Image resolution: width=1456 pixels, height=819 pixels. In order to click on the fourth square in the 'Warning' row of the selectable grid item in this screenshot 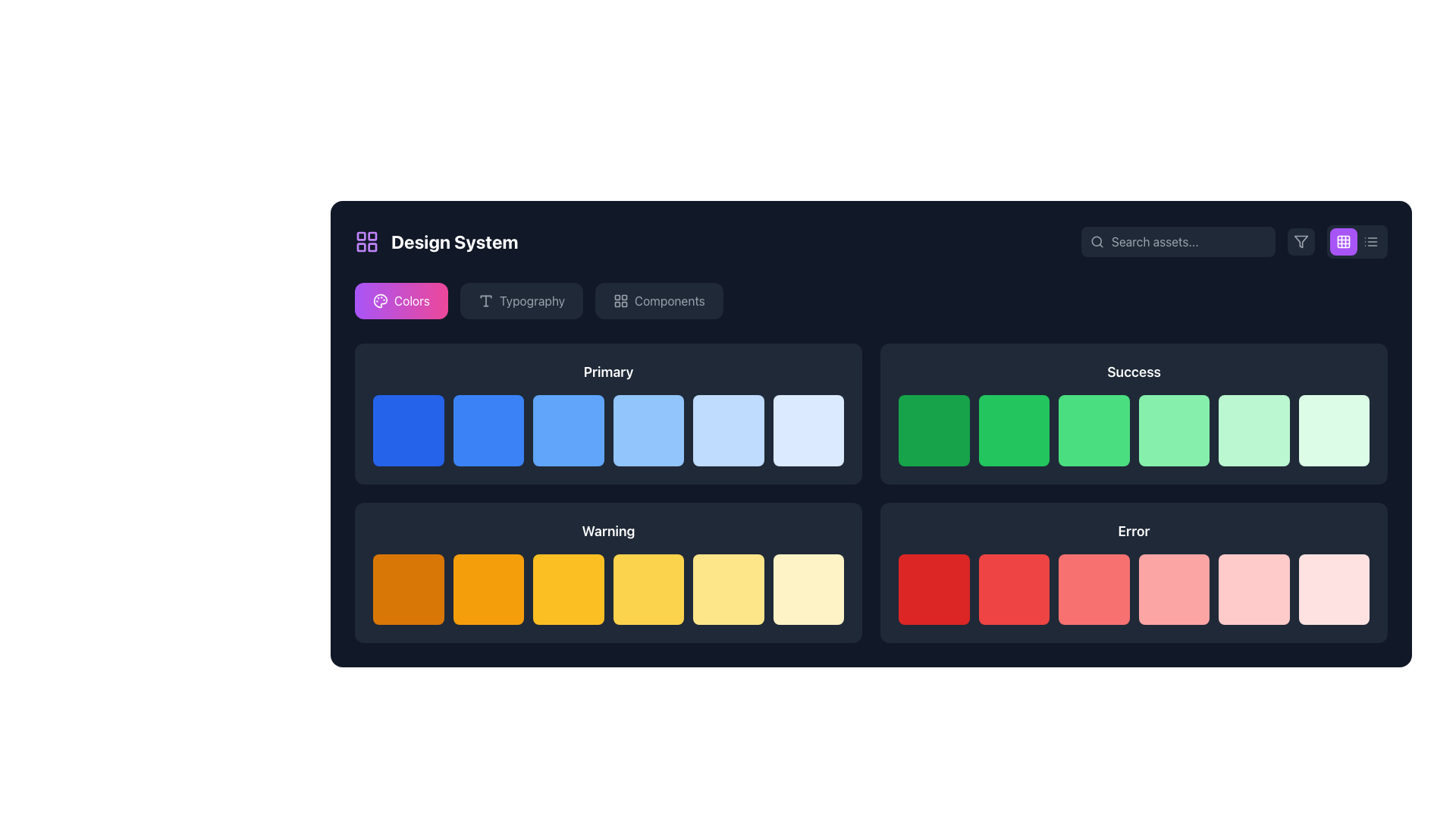, I will do `click(648, 588)`.